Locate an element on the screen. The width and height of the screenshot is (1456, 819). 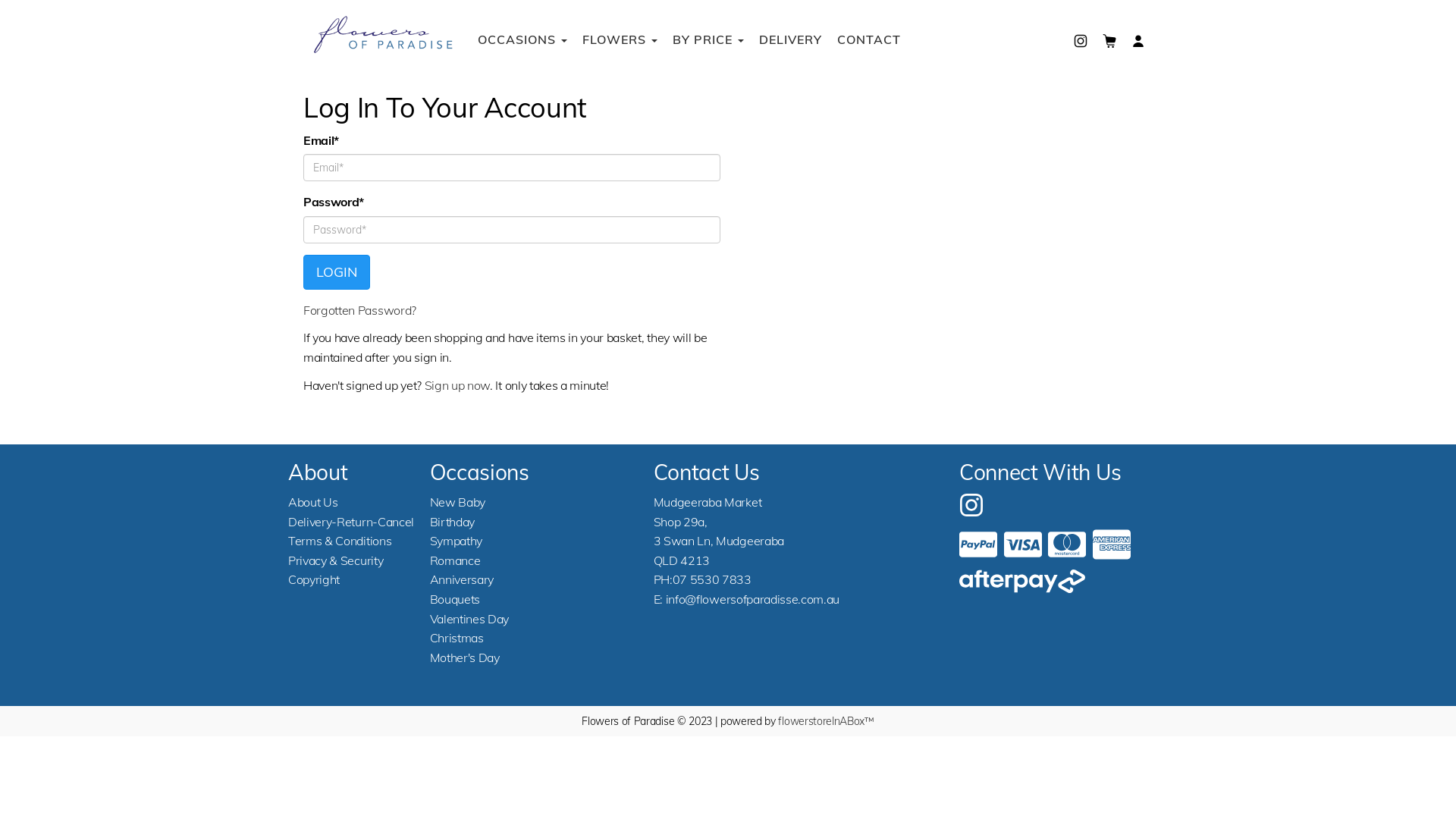
'Mother's Day' is located at coordinates (464, 657).